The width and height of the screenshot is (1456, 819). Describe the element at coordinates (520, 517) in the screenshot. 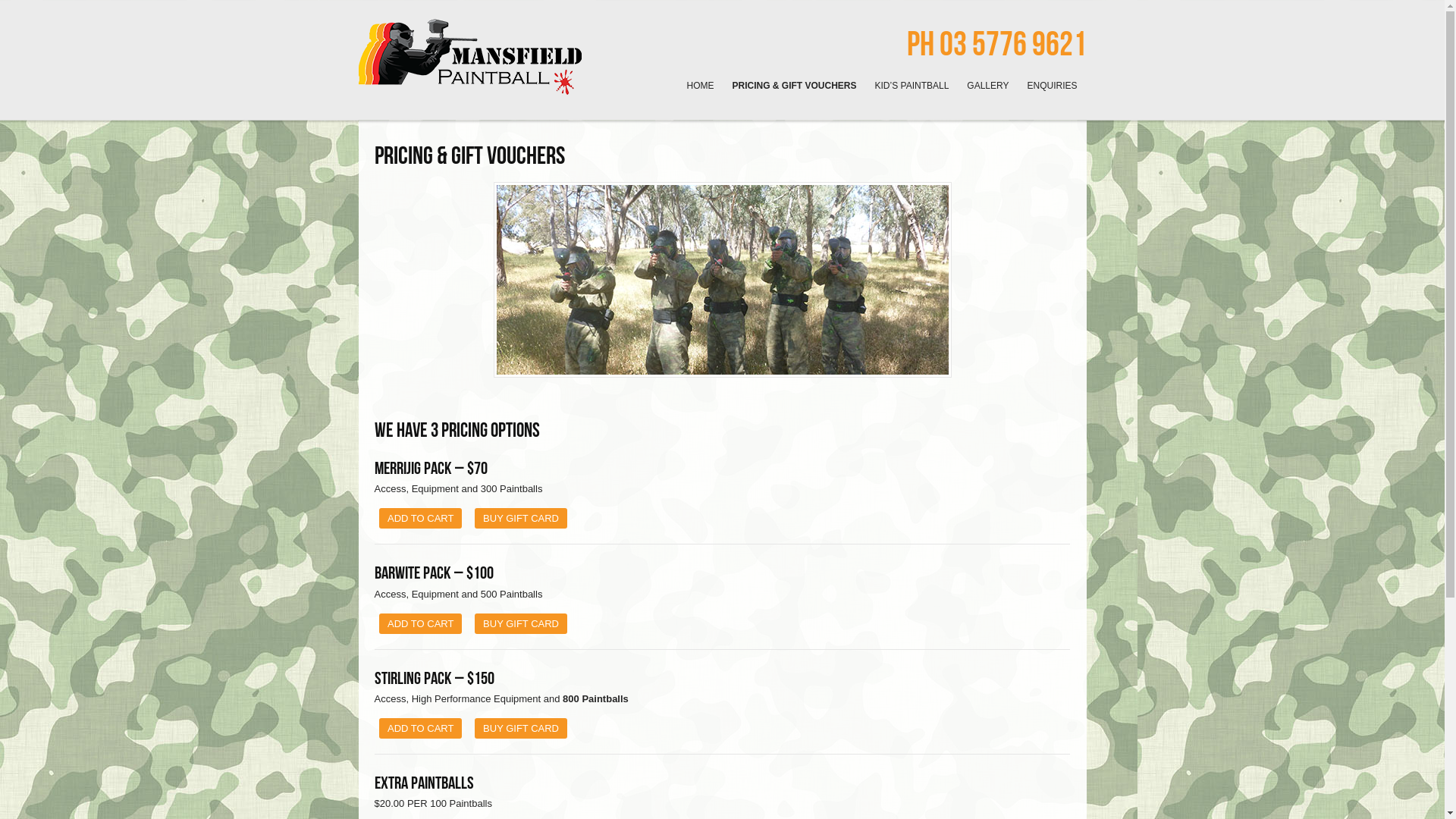

I see `'BUY GIFT CARD'` at that location.